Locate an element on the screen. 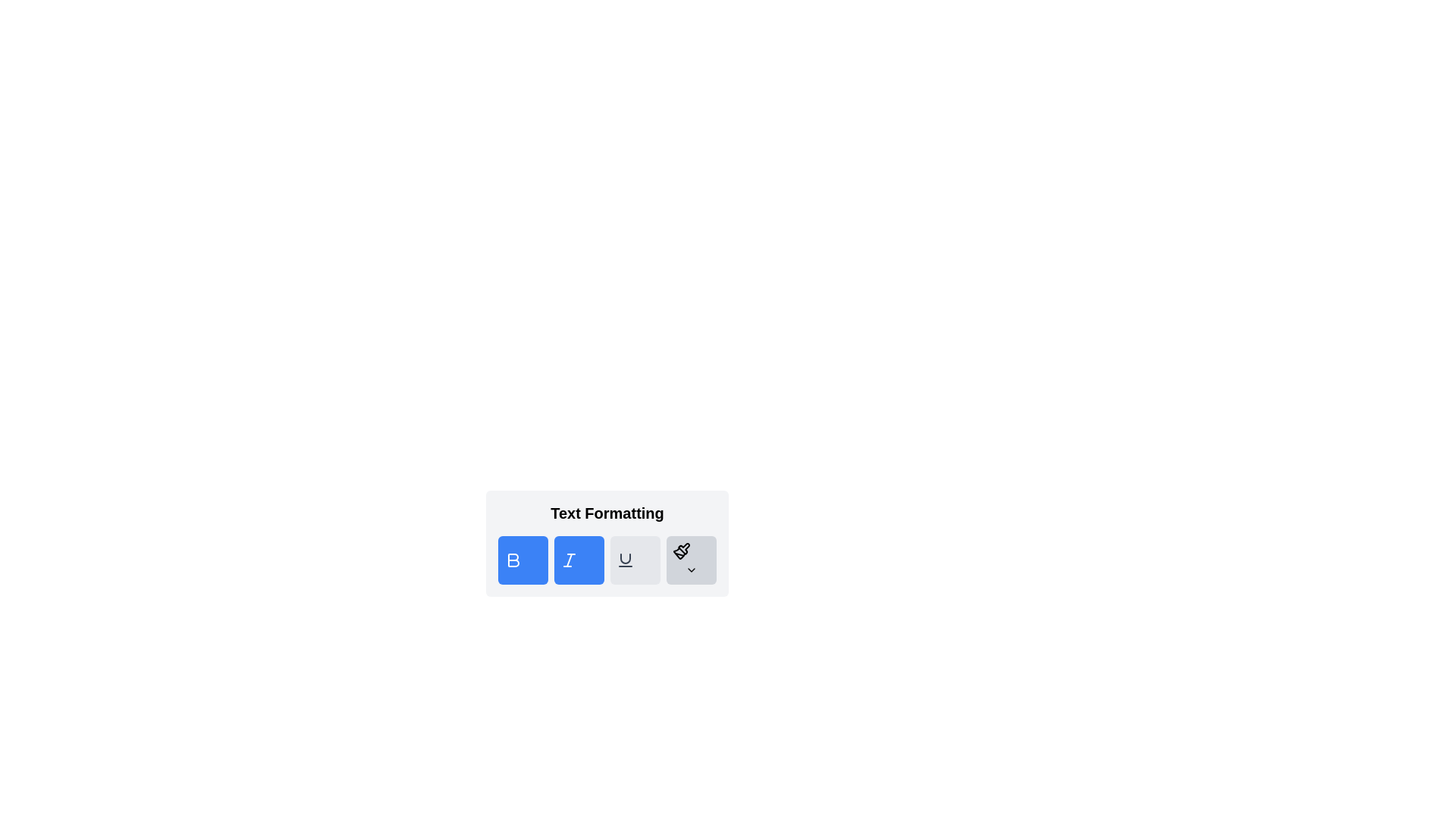 The image size is (1456, 819). the decorative vector graphic part of the SVG element located in the bottom right area of the formatting options toolbar is located at coordinates (683, 548).